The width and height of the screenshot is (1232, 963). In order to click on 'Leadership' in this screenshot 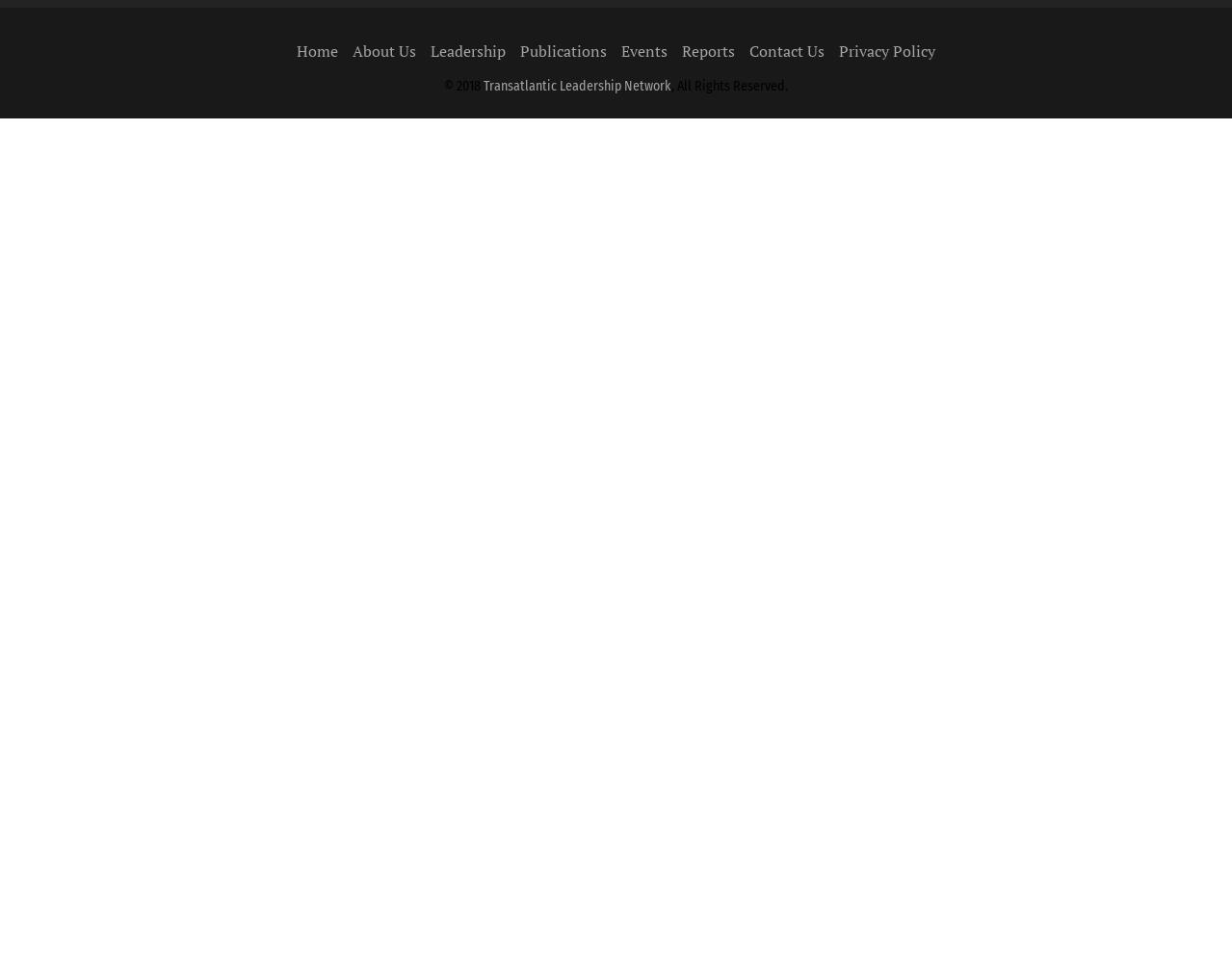, I will do `click(468, 50)`.